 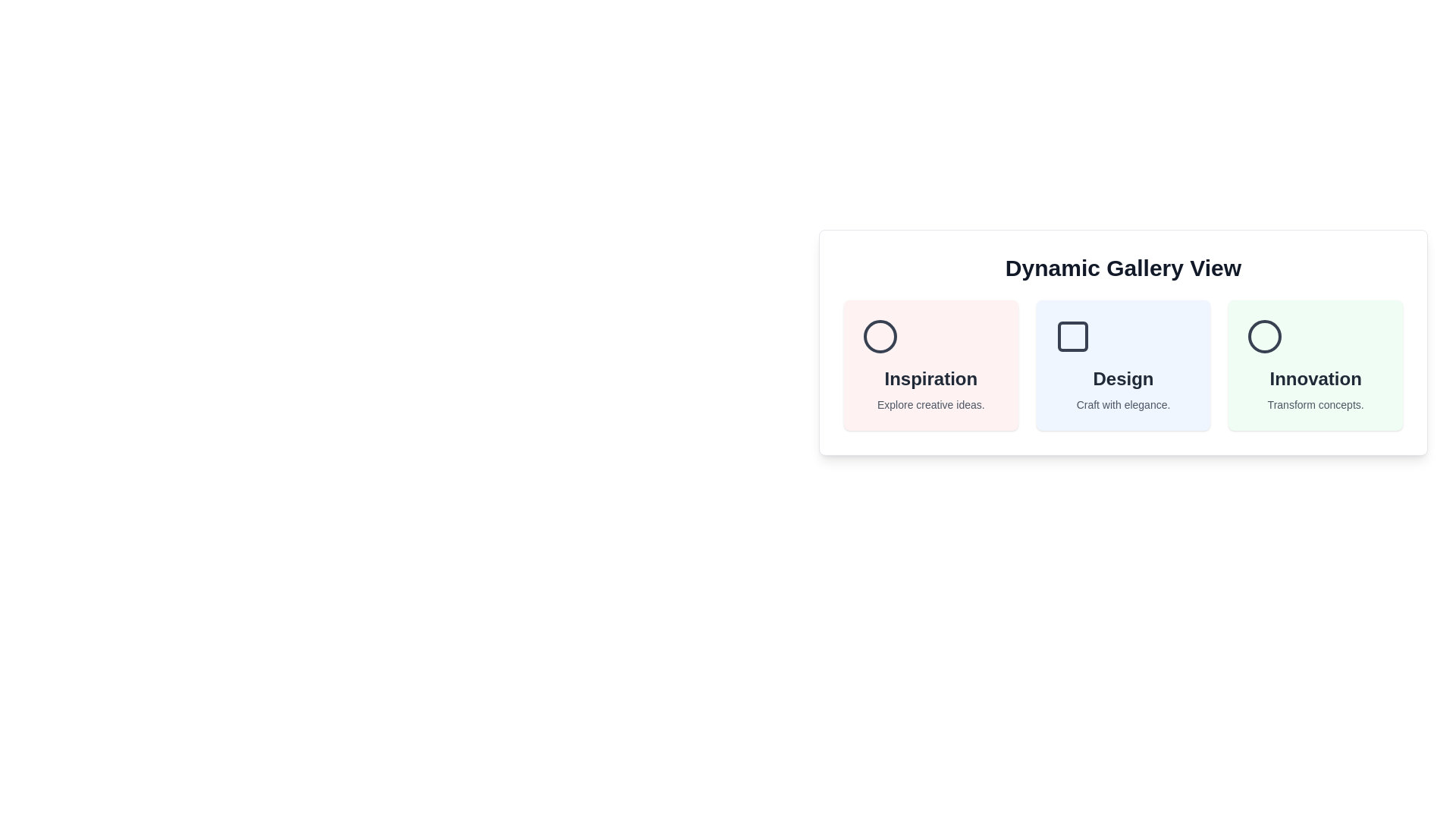 What do you see at coordinates (1123, 378) in the screenshot?
I see `the 'Design' label, which is prominently styled in bold, large grayish-black font, located in the middle panel of the trio labeled 'Inspiration', 'Design', and 'Innovation'` at bounding box center [1123, 378].